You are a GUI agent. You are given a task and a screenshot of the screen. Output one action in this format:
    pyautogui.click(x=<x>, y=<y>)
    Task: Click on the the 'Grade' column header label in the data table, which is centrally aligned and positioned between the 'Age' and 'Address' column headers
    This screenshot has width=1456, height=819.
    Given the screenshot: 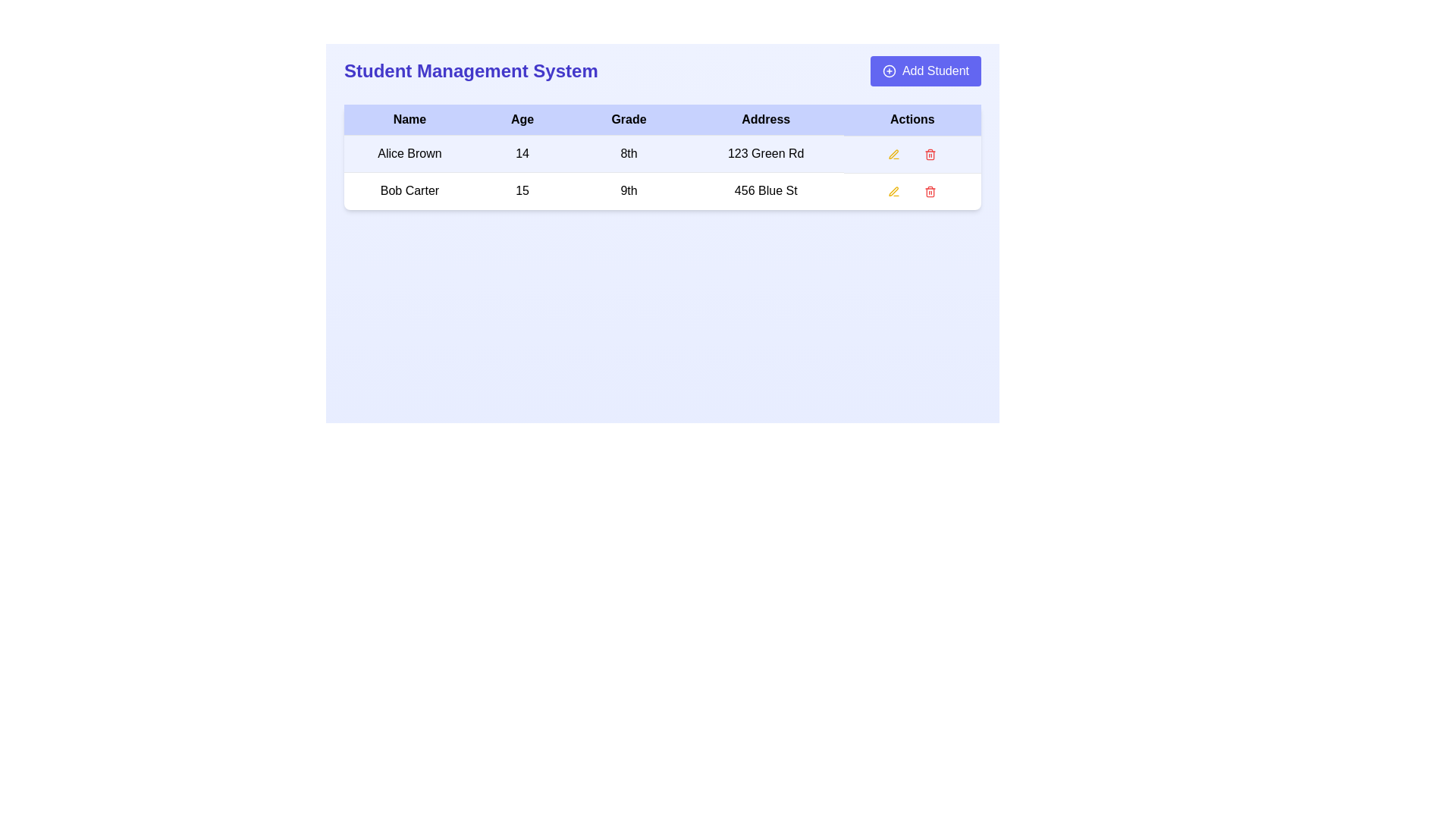 What is the action you would take?
    pyautogui.click(x=629, y=119)
    